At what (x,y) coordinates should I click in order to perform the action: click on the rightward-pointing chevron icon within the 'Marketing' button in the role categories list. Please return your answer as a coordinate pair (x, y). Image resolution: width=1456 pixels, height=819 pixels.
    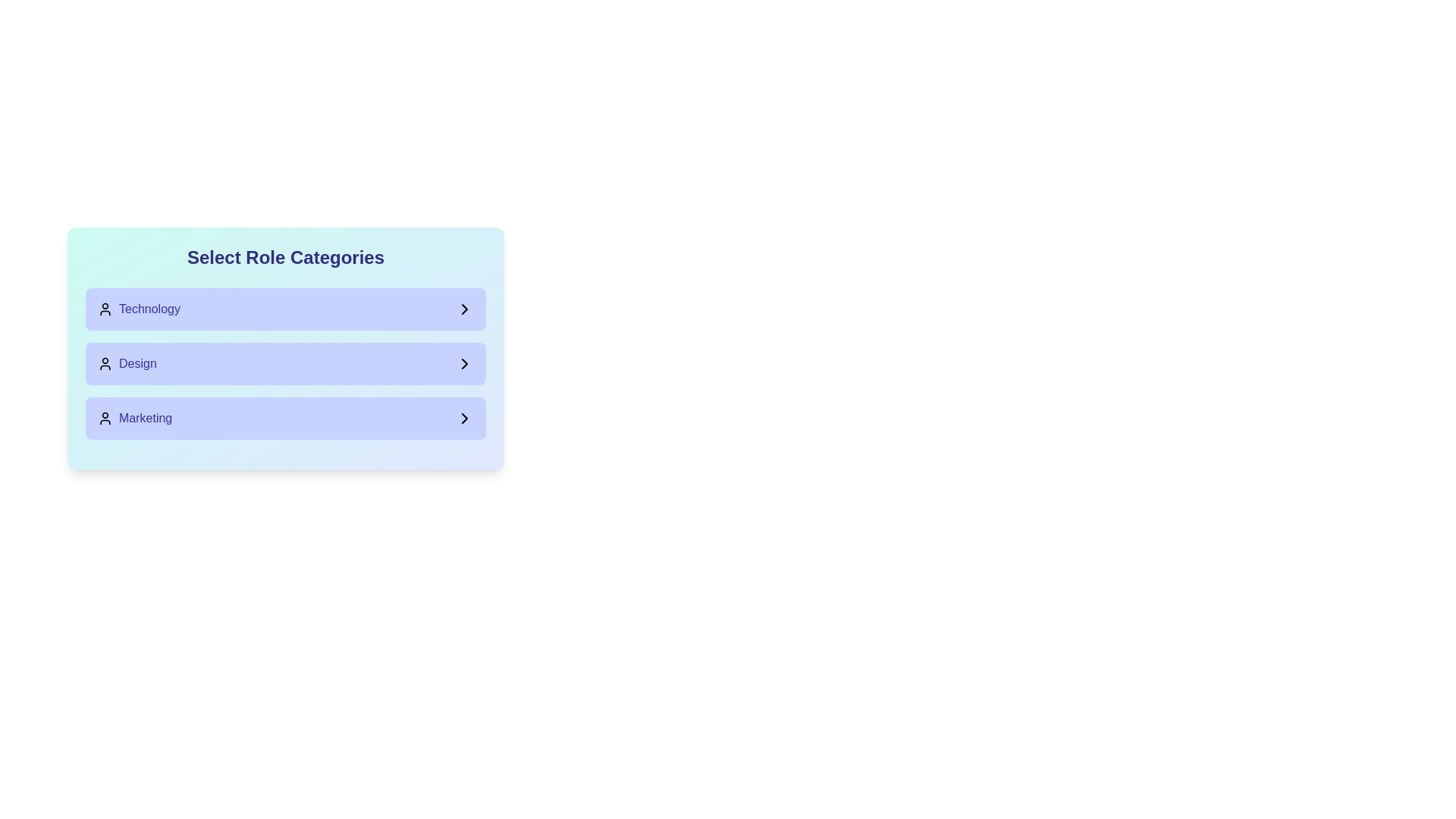
    Looking at the image, I should click on (464, 418).